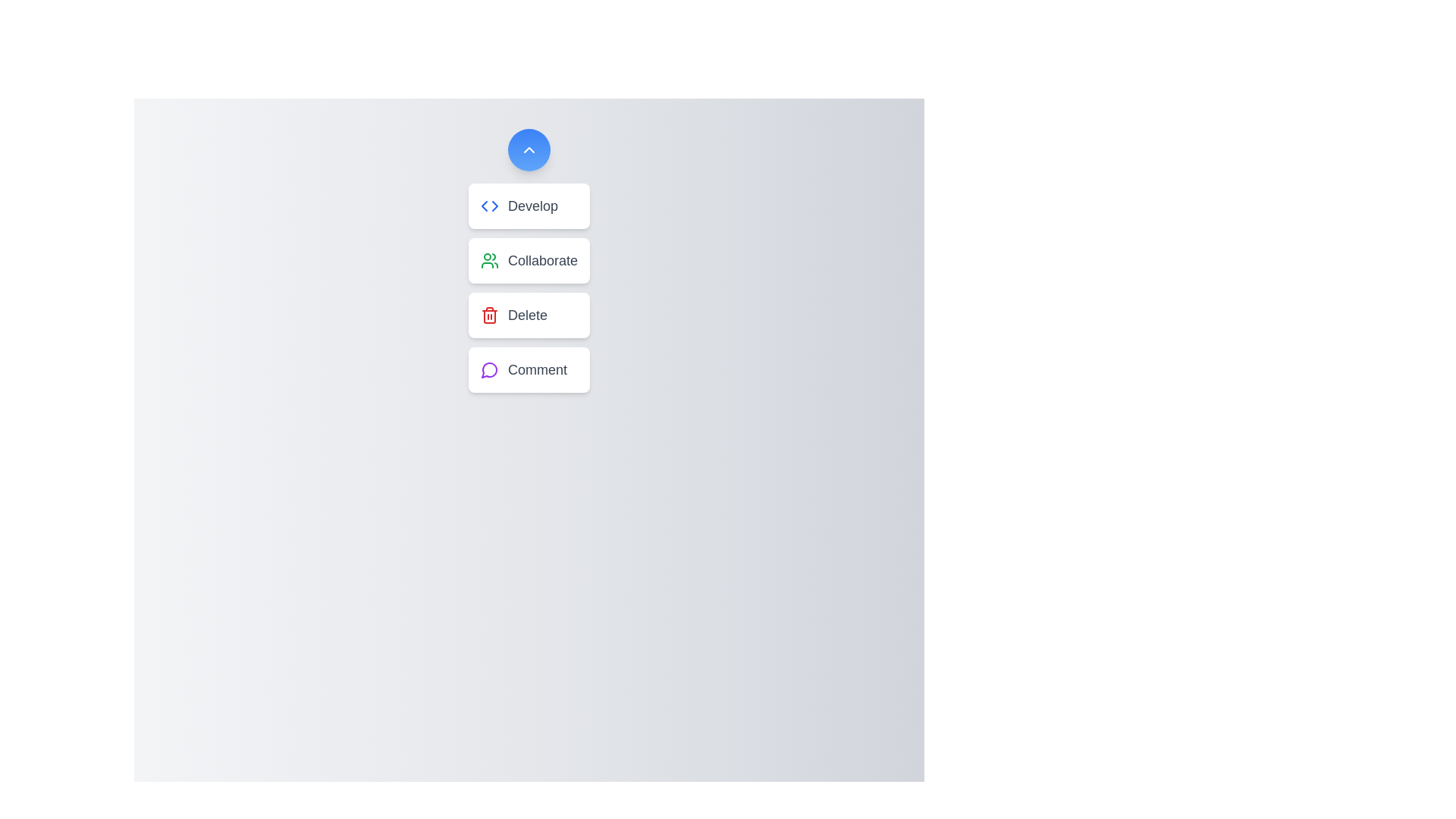 Image resolution: width=1456 pixels, height=819 pixels. I want to click on toggle button to change the menu visibility, so click(529, 149).